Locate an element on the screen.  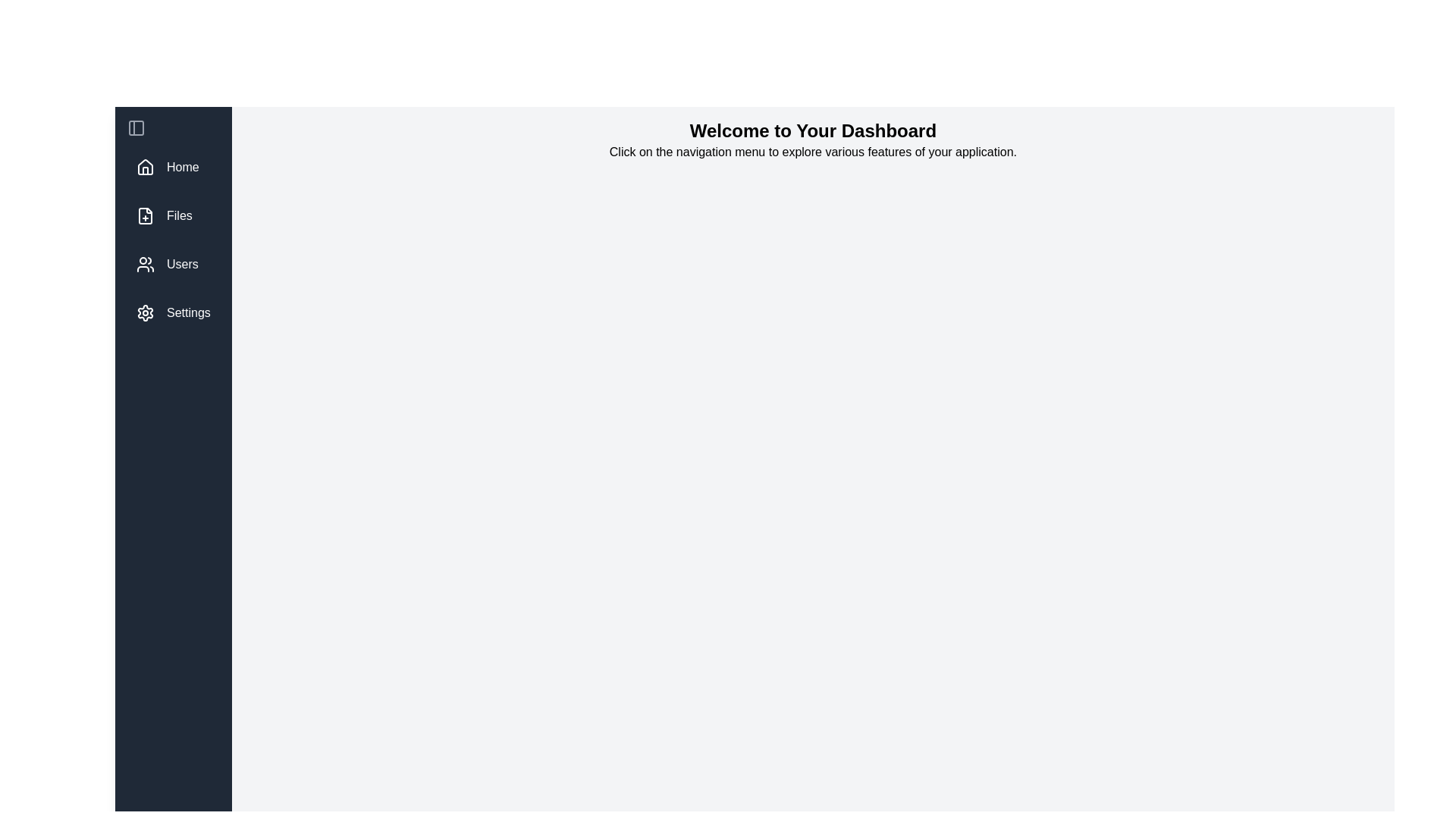
the 'Files' navigation button located below the 'Home' button and above the 'Users' button in the left sidebar is located at coordinates (173, 216).